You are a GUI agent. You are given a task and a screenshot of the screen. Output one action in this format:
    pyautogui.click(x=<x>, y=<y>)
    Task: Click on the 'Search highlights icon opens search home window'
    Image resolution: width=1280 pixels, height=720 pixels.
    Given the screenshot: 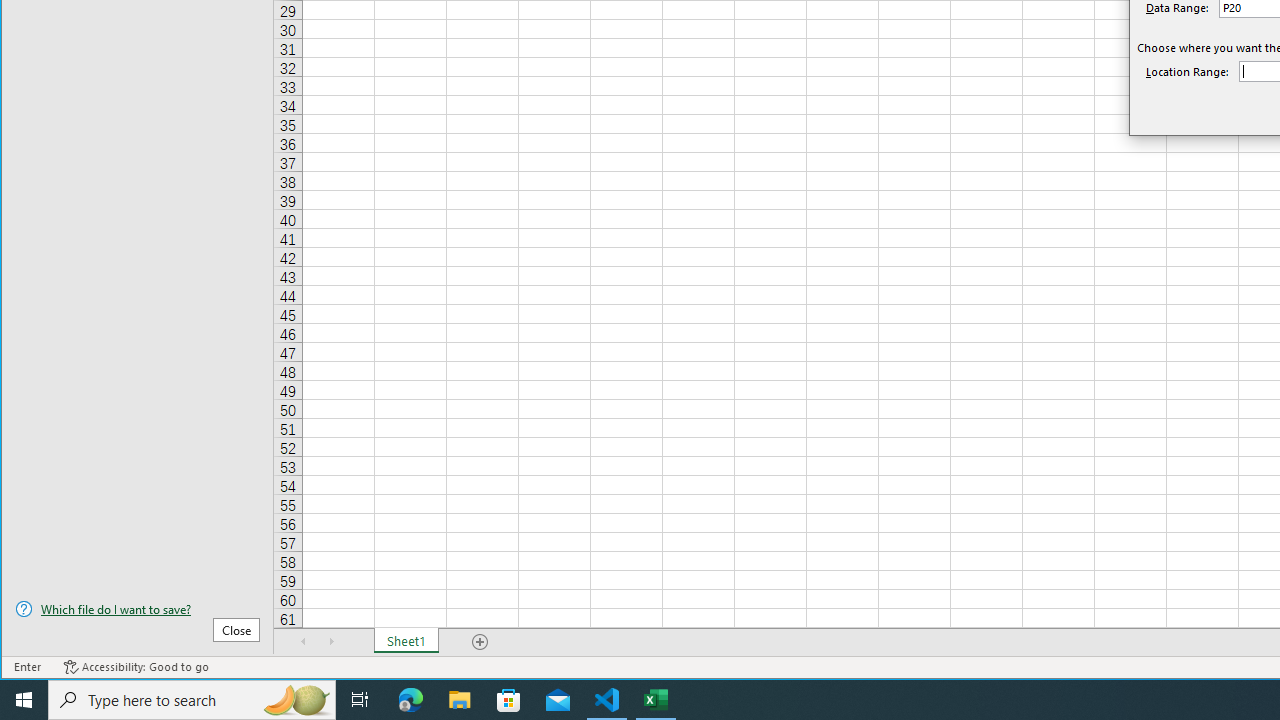 What is the action you would take?
    pyautogui.click(x=294, y=698)
    